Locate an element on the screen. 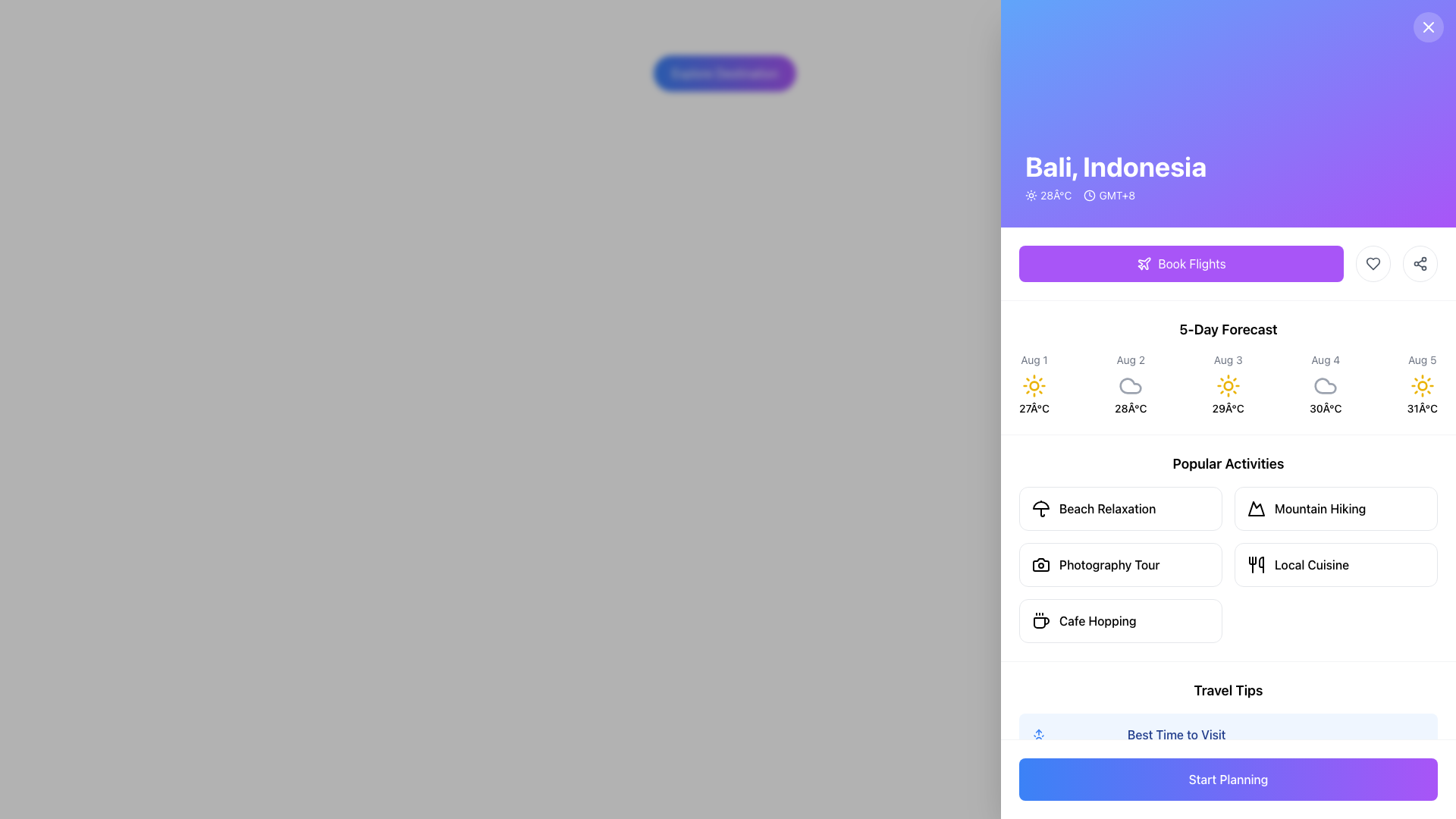 This screenshot has height=819, width=1456. the share button located at the far right of the top bar, next to a heart-shaped icon, to share the current content or page is located at coordinates (1419, 262).